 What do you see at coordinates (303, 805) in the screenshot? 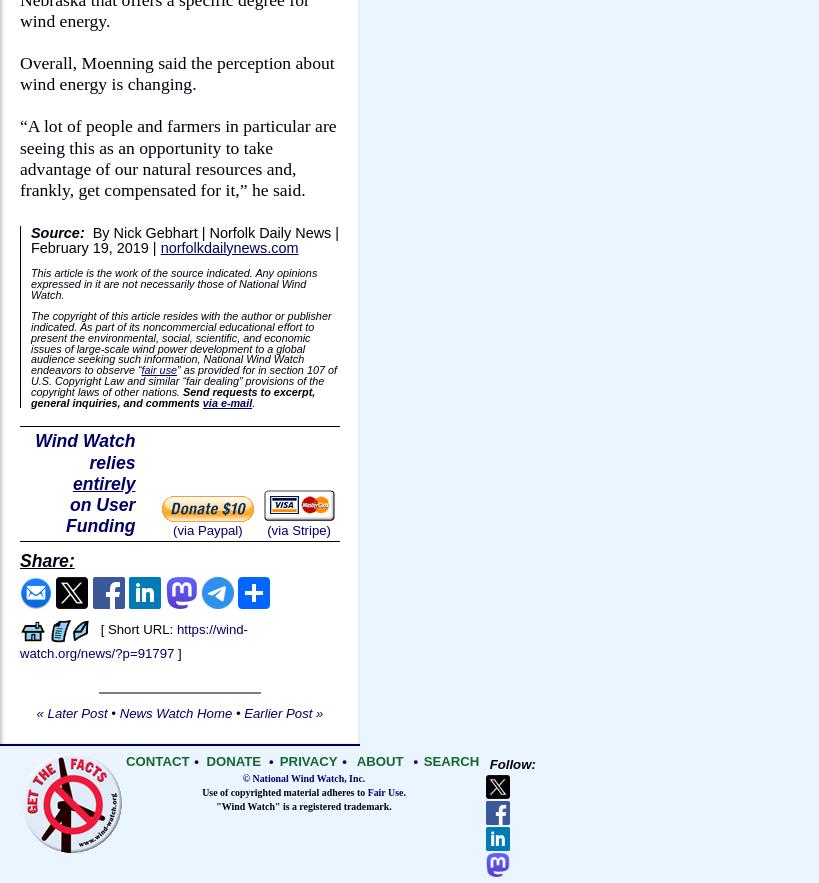
I see `'"Wind Watch" is a registered trademark.'` at bounding box center [303, 805].